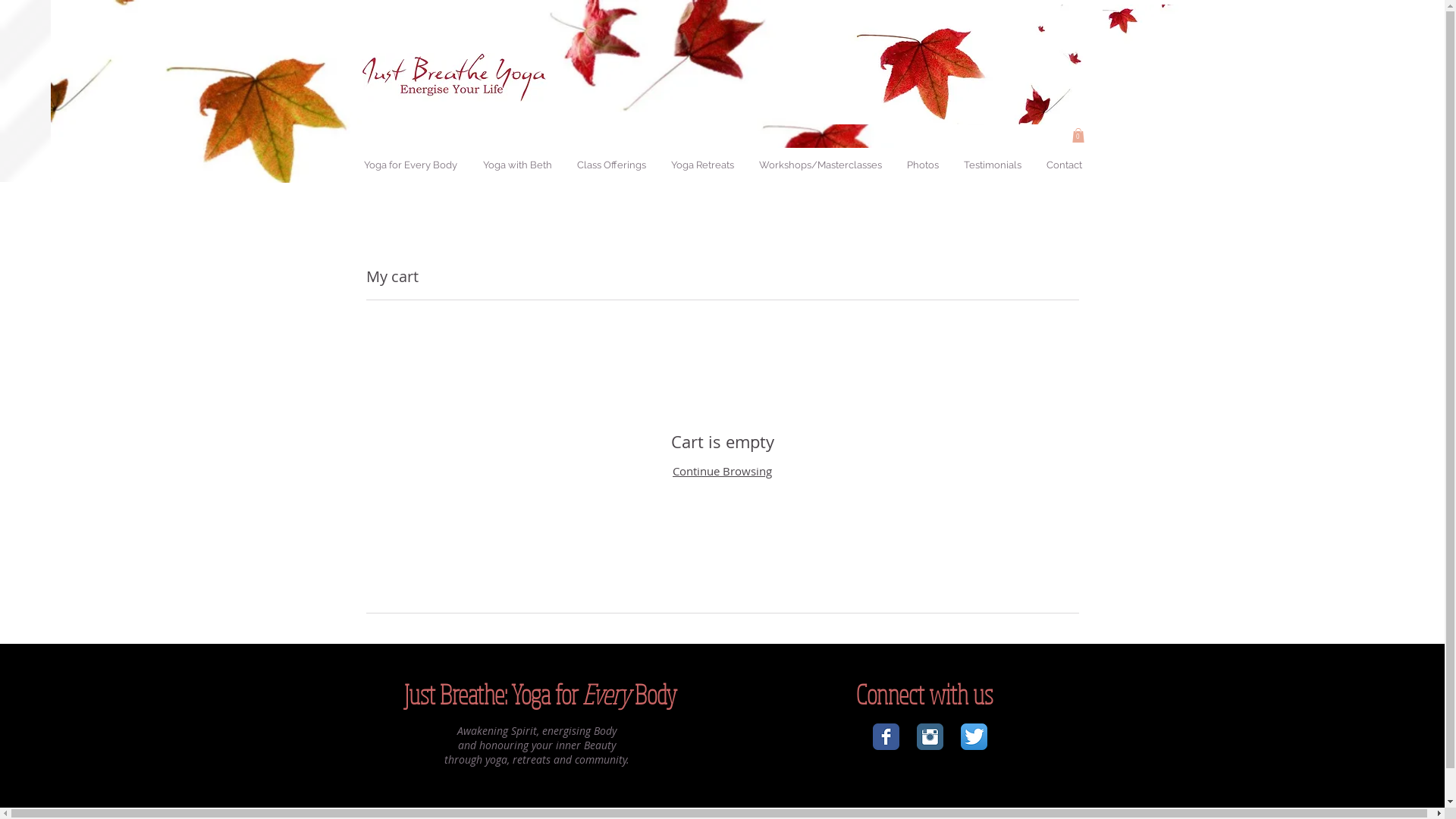 This screenshot has width=1456, height=819. I want to click on 'Workshops/Masterclasses', so click(819, 165).